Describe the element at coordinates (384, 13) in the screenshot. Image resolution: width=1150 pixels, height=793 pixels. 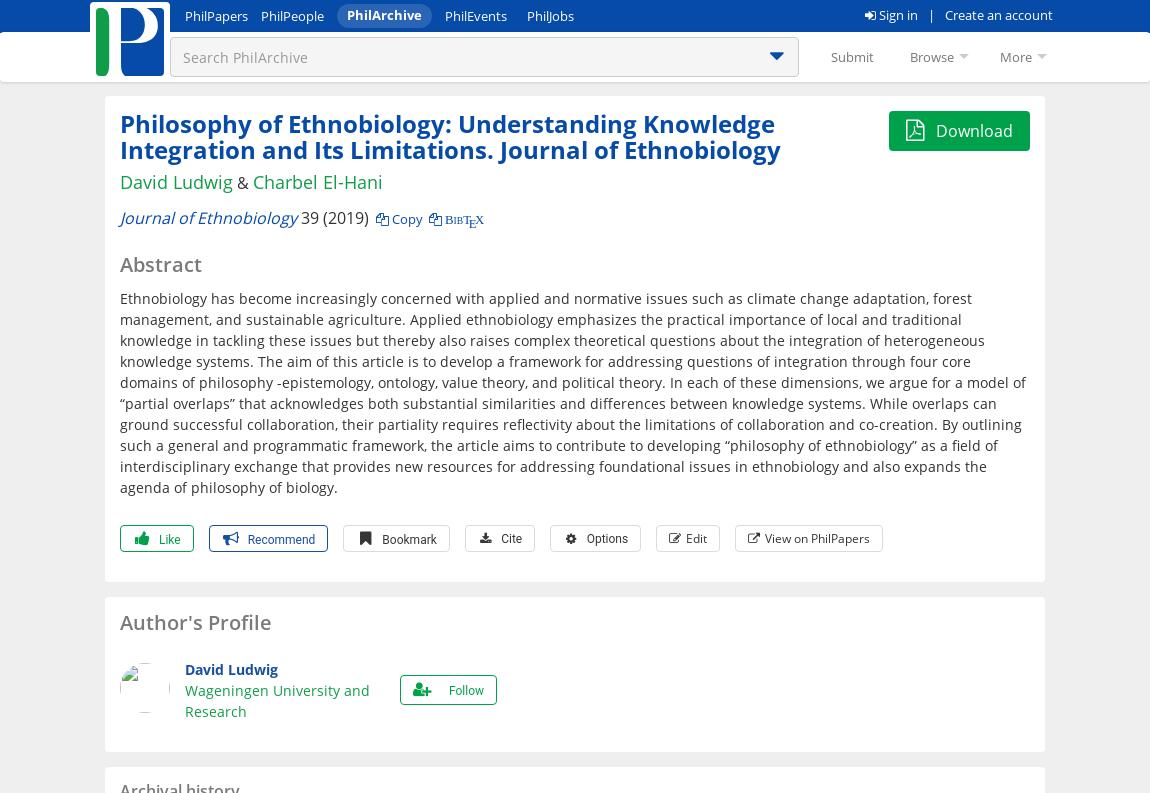
I see `'PhilArchive'` at that location.